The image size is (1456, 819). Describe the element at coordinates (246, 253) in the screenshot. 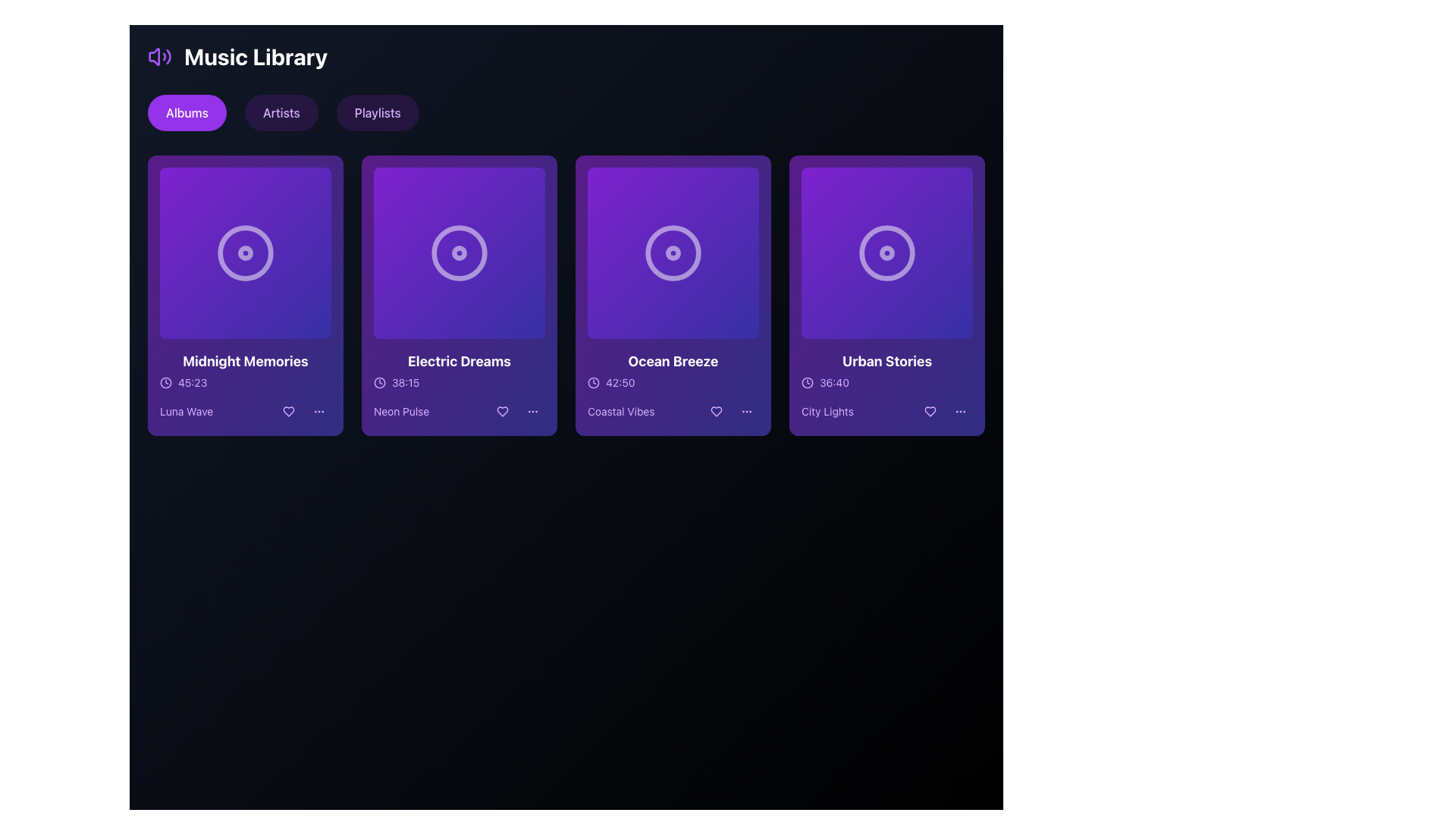

I see `the circular decorative element that represents the album icon for 'Midnight Memories', positioned centrally in the first card of the music album layout` at that location.